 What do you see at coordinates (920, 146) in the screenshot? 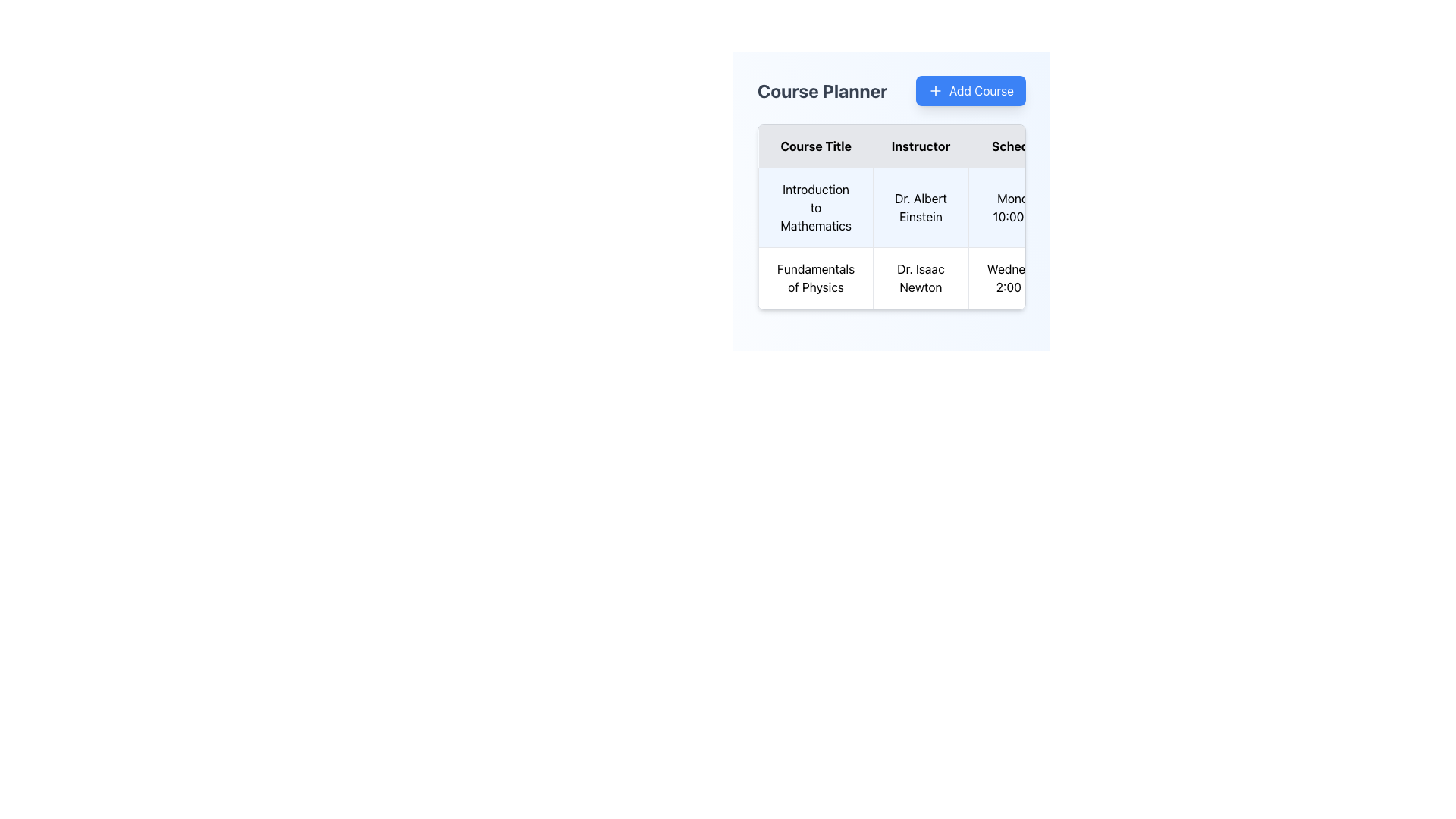
I see `the static text label that serves as the header for the 'Instructor' column in the table, positioned between 'Course Title' and 'Schedule'` at bounding box center [920, 146].